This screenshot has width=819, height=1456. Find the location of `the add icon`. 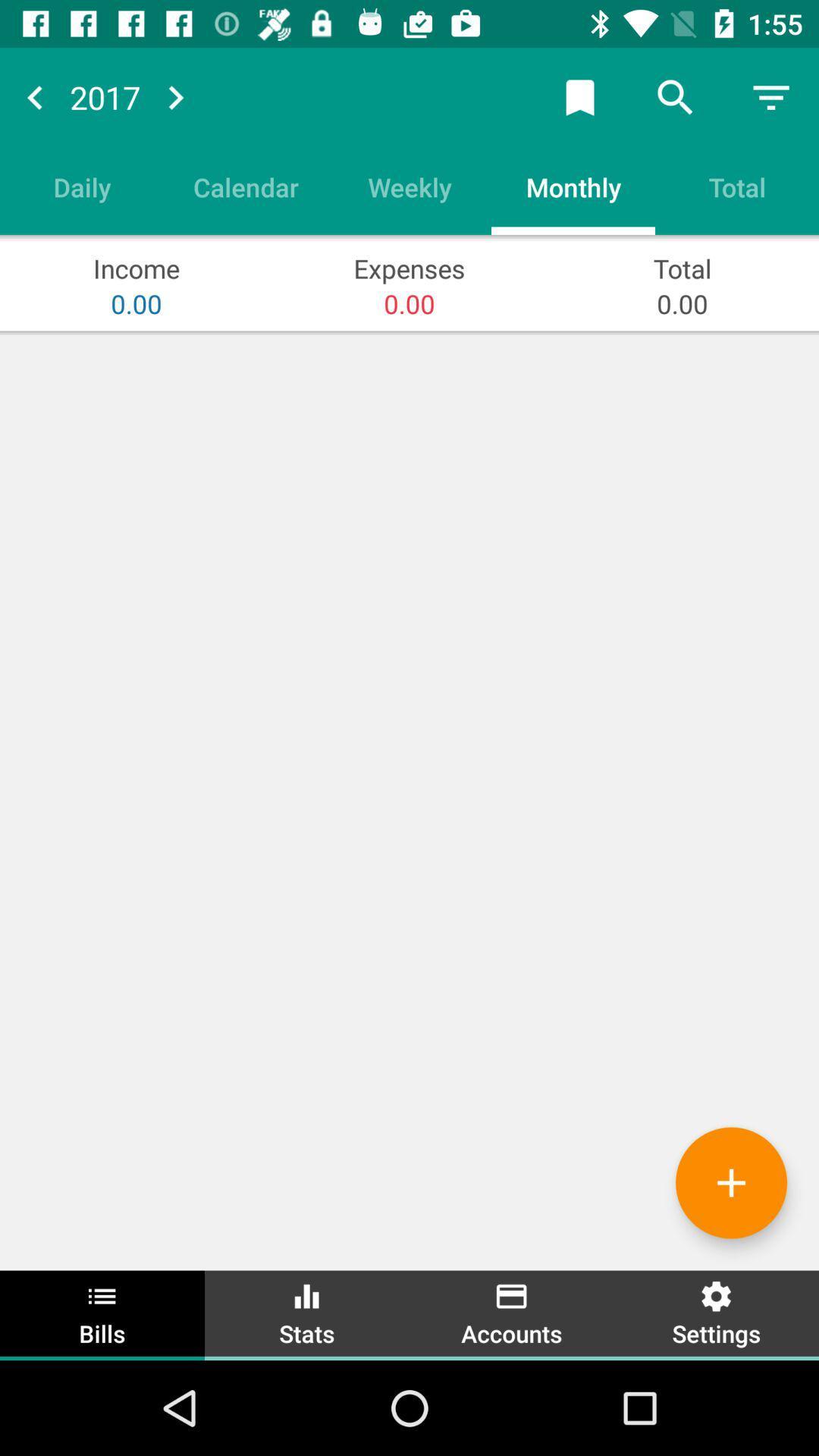

the add icon is located at coordinates (730, 1182).